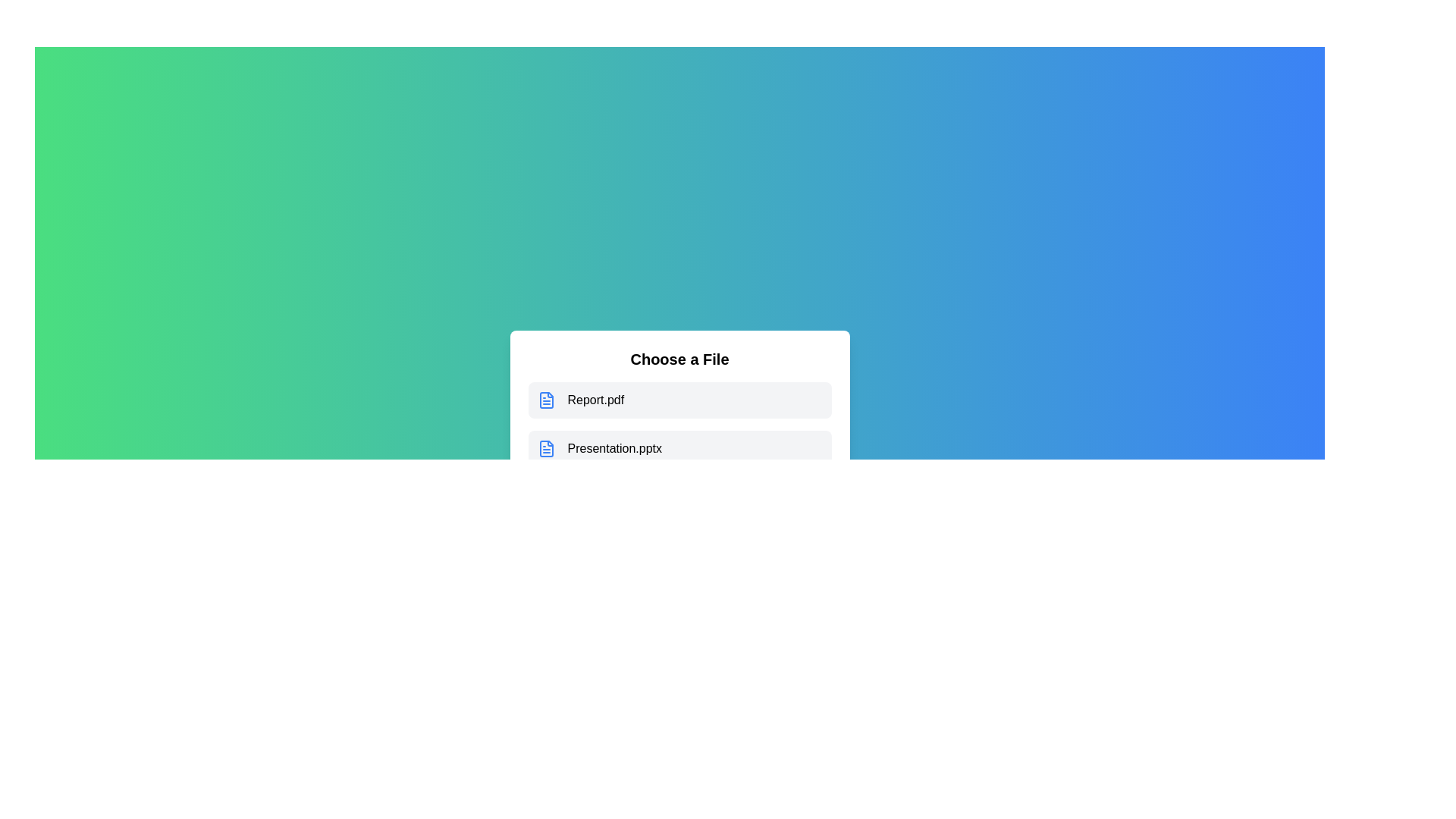 This screenshot has height=819, width=1456. I want to click on the file Report.pdf to observe its hover effect, so click(679, 400).